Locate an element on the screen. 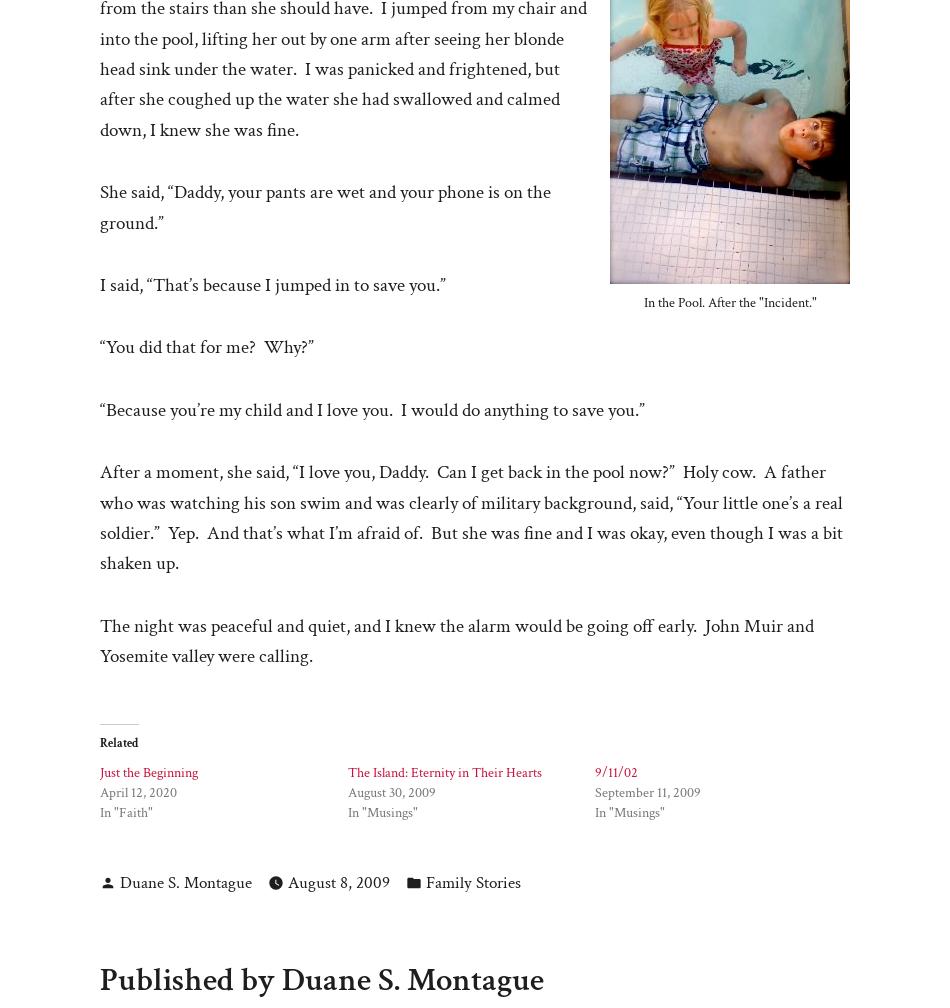 The width and height of the screenshot is (950, 1008). 'She said, “Daddy, your pants are wet and your phone is on the ground.”' is located at coordinates (324, 207).